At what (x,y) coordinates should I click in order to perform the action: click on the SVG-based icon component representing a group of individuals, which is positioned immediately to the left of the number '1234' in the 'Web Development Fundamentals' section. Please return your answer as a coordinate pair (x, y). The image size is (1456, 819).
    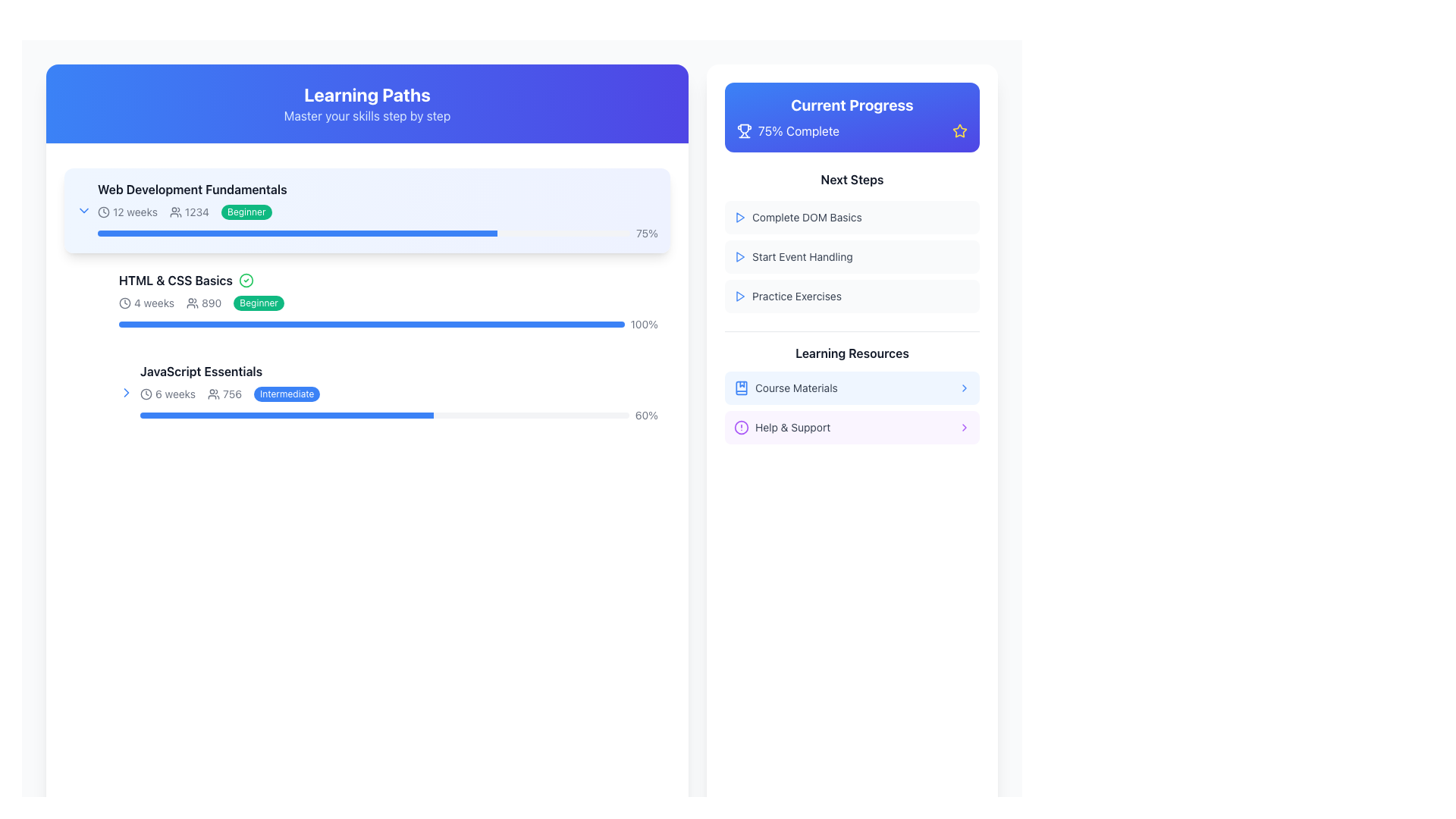
    Looking at the image, I should click on (175, 212).